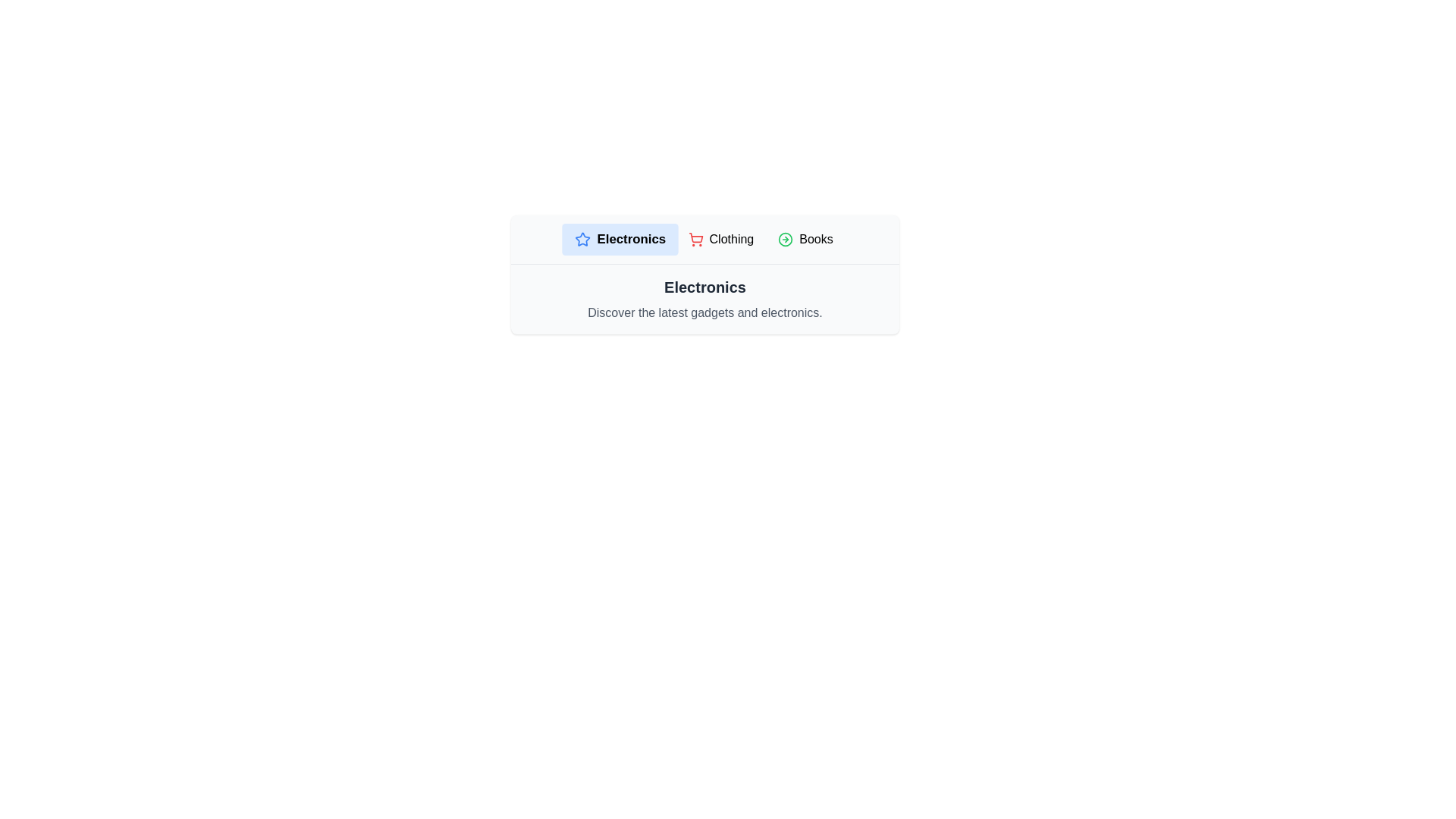  What do you see at coordinates (720, 239) in the screenshot?
I see `the Clothing tab to select it` at bounding box center [720, 239].